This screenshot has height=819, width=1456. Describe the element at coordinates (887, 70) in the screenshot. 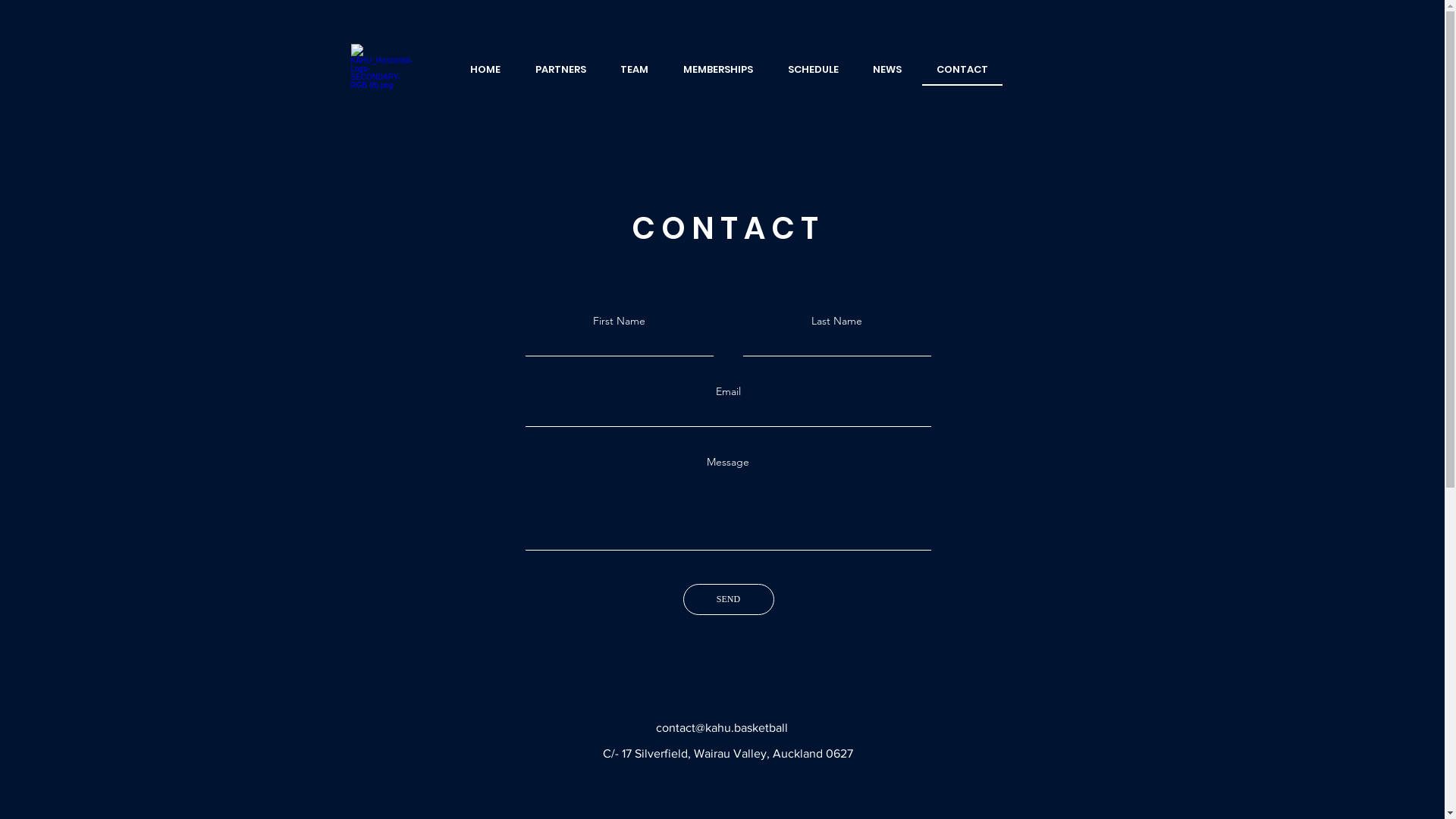

I see `'NEWS'` at that location.